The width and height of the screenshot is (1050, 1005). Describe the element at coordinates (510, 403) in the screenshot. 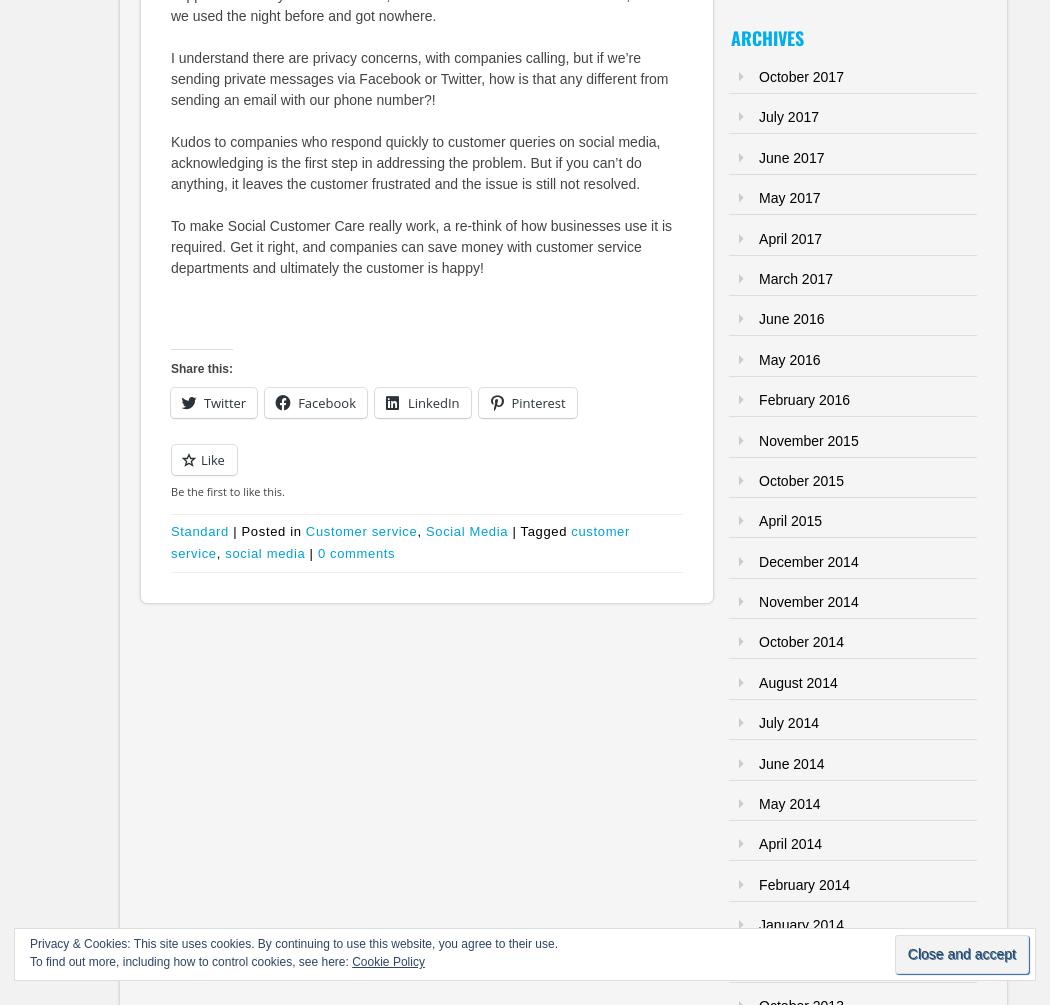

I see `'Pinterest'` at that location.